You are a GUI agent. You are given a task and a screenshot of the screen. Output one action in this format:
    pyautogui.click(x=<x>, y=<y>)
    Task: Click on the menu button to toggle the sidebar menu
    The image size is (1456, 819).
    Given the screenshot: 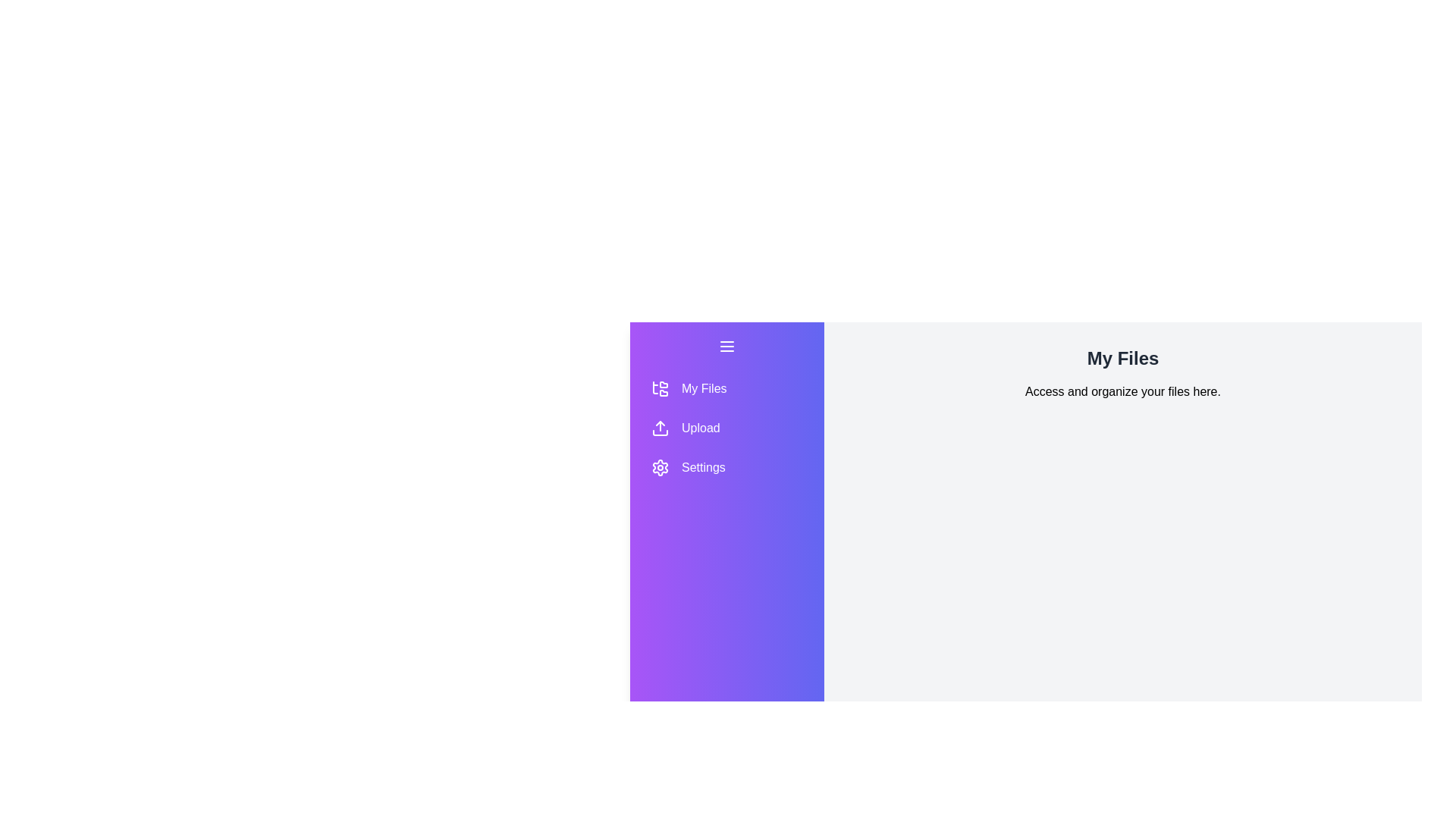 What is the action you would take?
    pyautogui.click(x=726, y=346)
    